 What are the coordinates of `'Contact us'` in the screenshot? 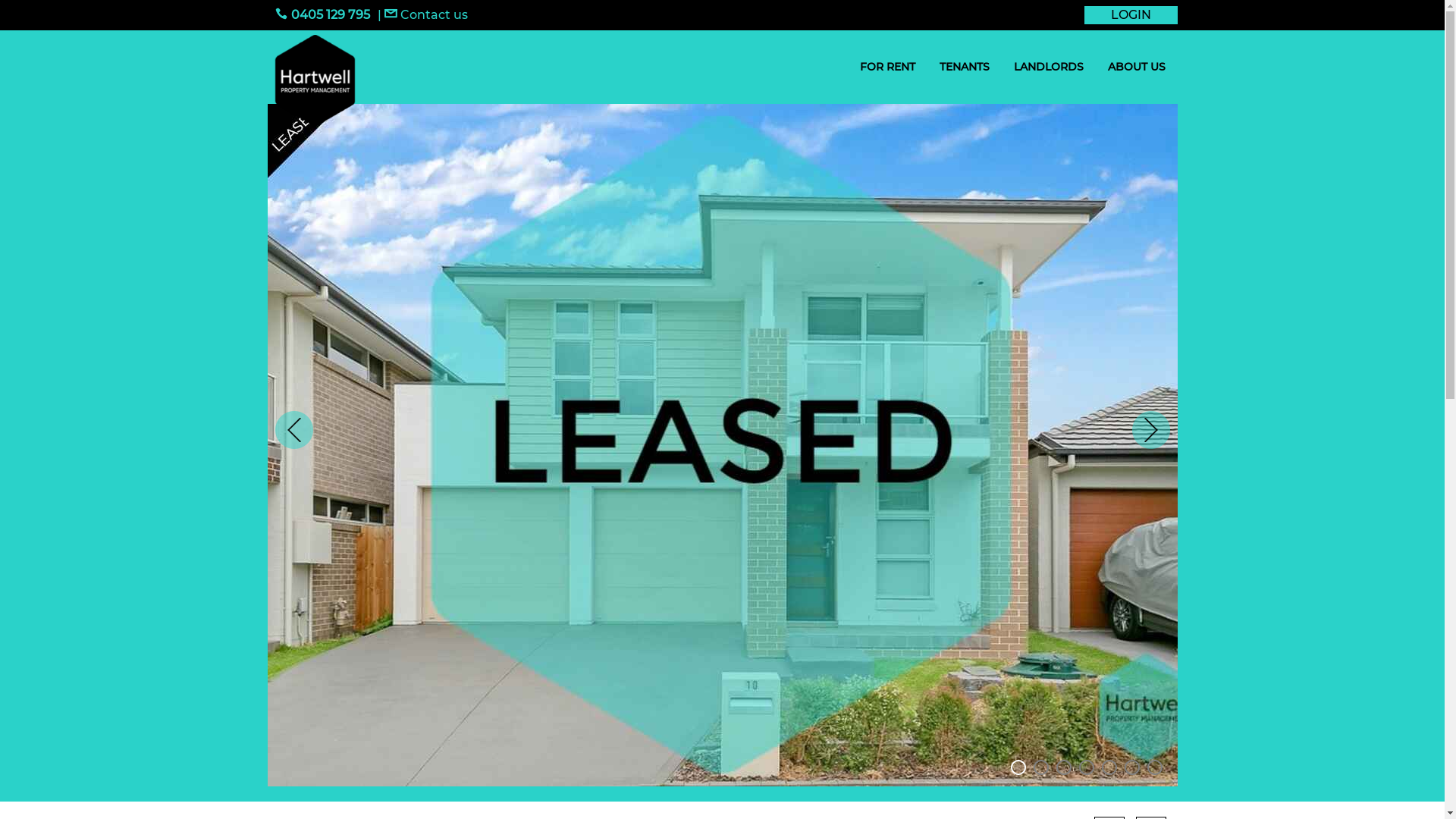 It's located at (425, 14).